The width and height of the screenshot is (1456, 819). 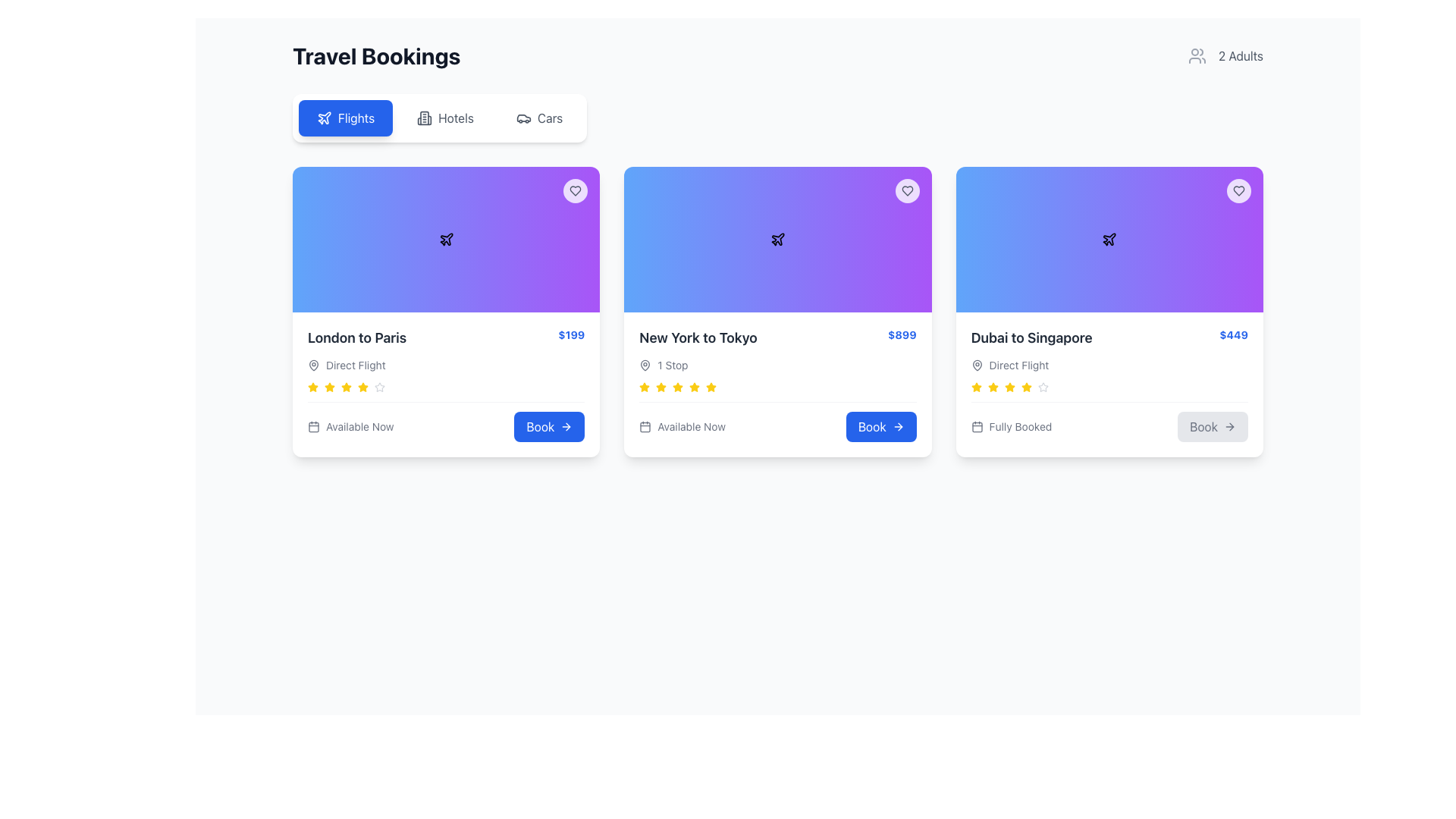 I want to click on the heart icon located at the top-right corner of the card for the 'New York to Tokyo' flight, so click(x=575, y=190).